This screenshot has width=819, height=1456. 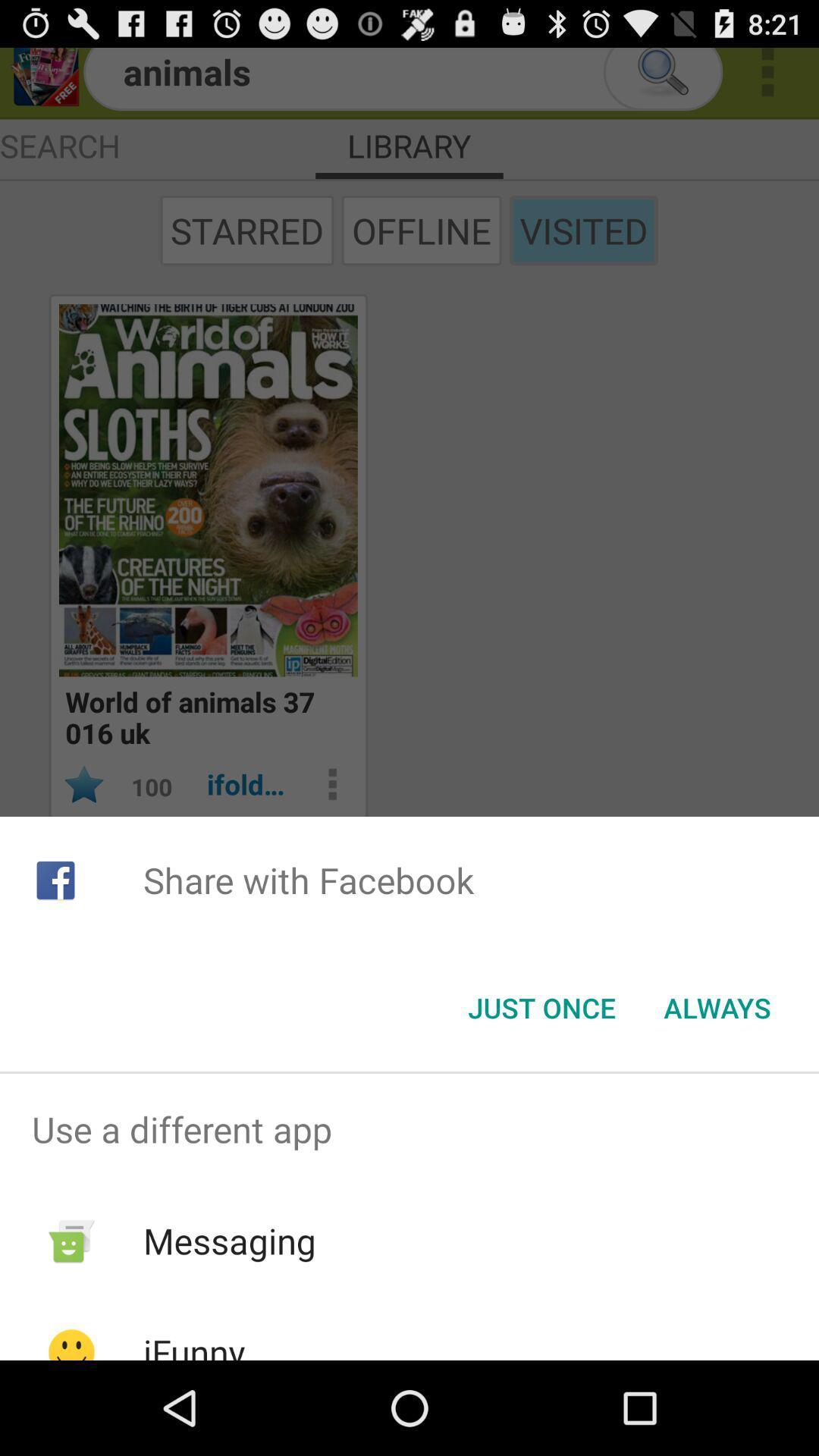 I want to click on the use a different app, so click(x=409, y=1129).